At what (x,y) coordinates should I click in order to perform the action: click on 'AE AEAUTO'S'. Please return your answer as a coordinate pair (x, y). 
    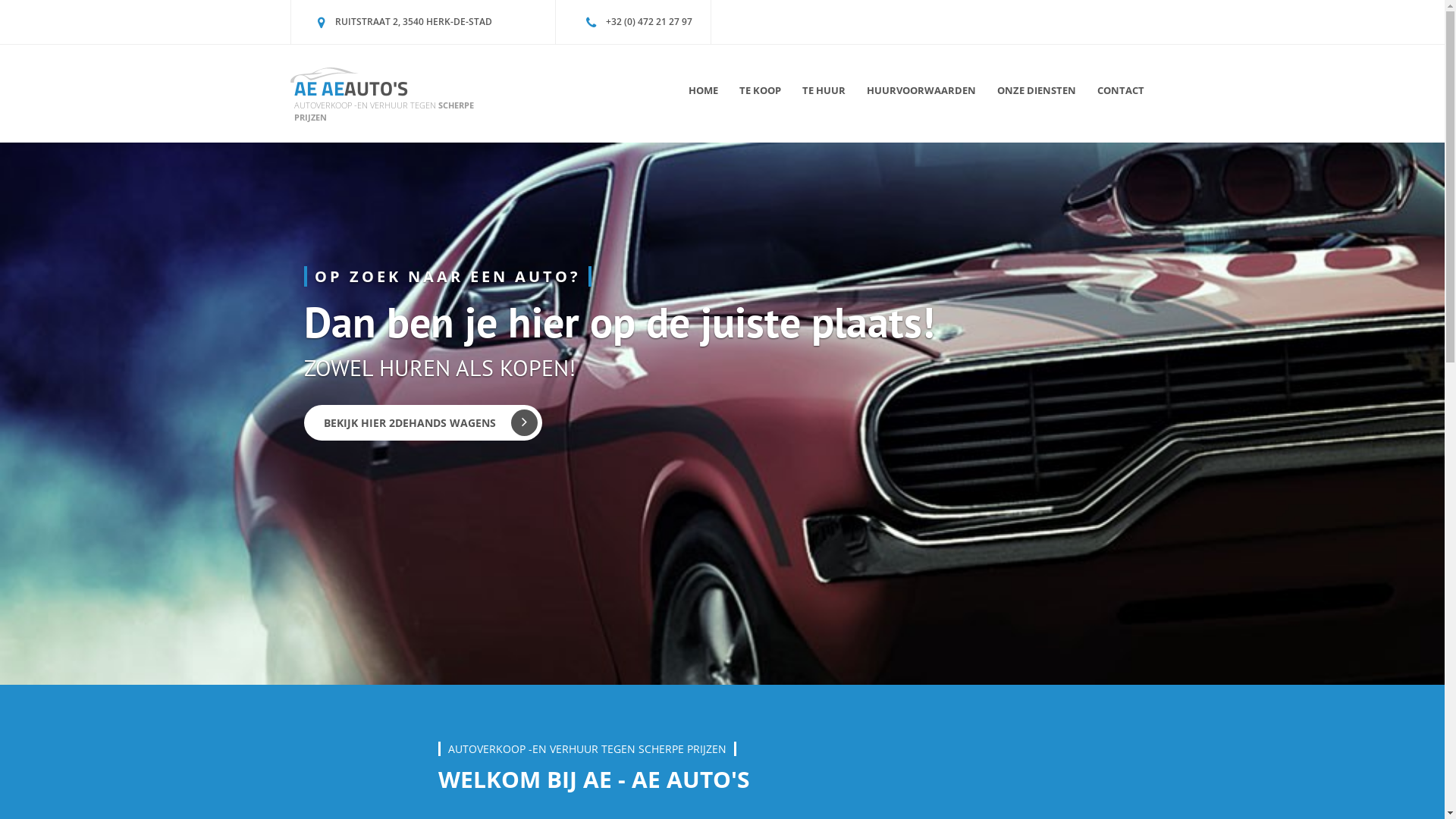
    Looking at the image, I should click on (350, 88).